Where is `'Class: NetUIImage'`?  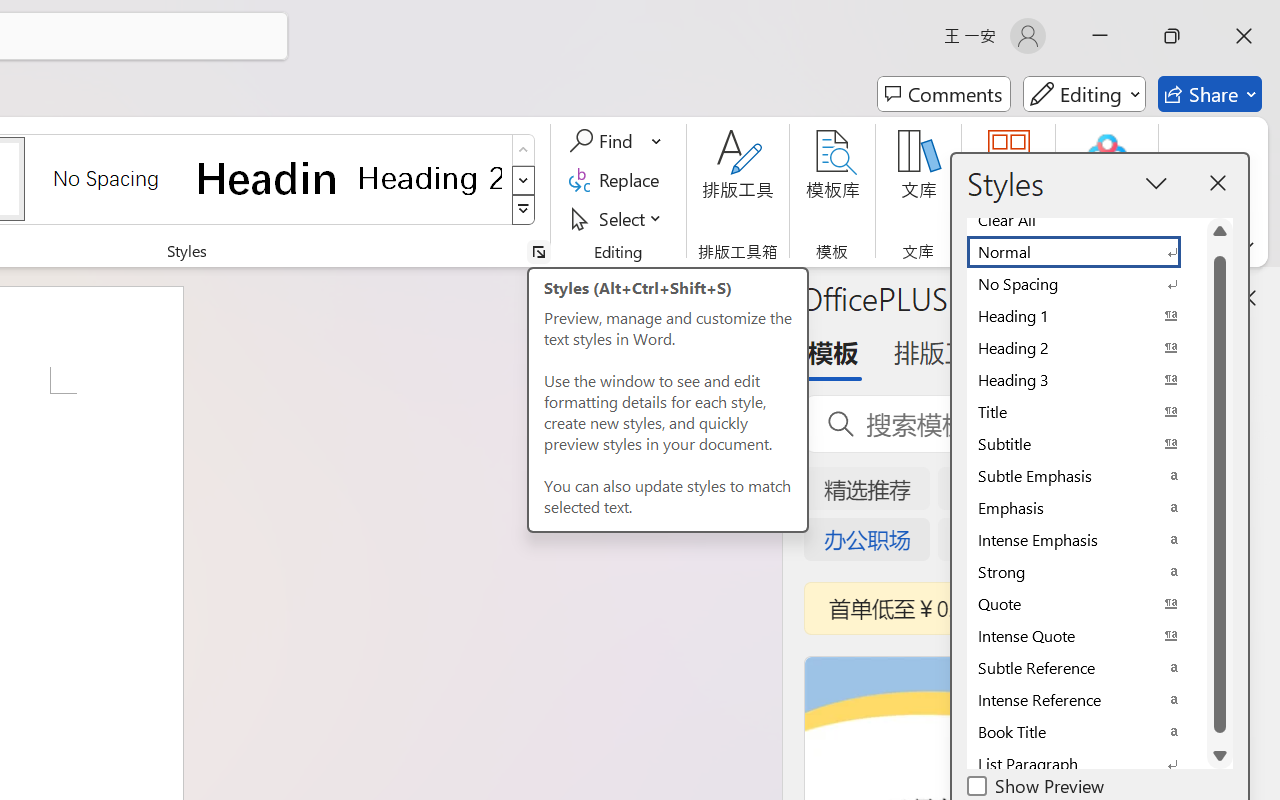 'Class: NetUIImage' is located at coordinates (524, 210).